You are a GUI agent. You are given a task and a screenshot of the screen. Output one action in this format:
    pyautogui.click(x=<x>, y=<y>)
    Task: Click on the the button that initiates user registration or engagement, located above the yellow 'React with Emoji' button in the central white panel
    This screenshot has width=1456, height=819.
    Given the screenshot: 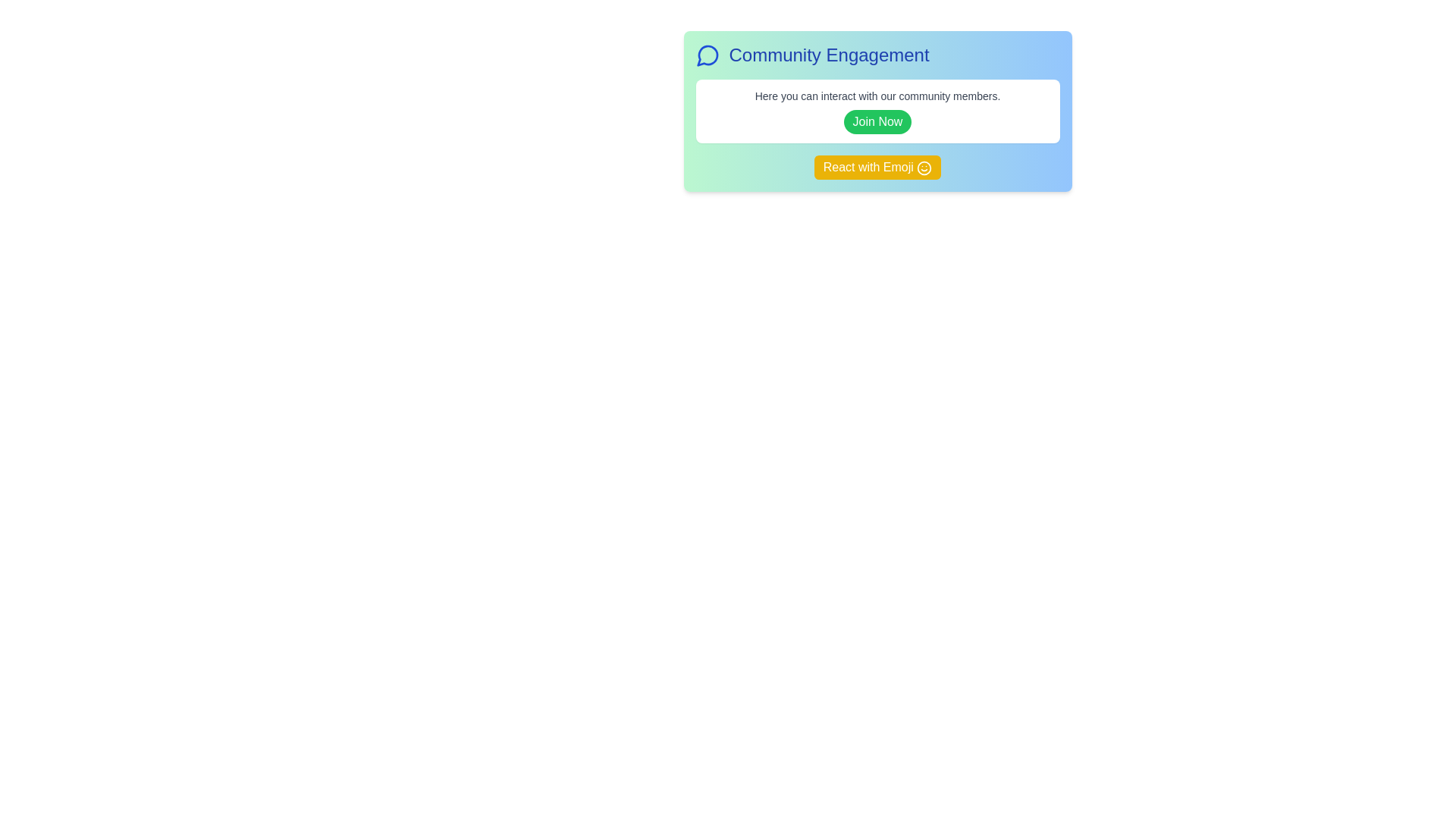 What is the action you would take?
    pyautogui.click(x=877, y=110)
    